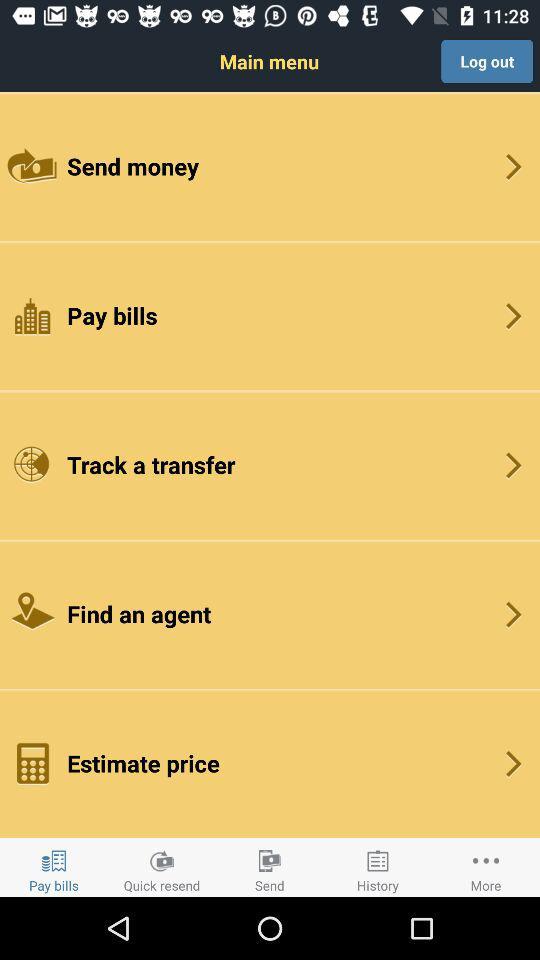 The image size is (540, 960). Describe the element at coordinates (270, 613) in the screenshot. I see `icon above the estimate price icon` at that location.